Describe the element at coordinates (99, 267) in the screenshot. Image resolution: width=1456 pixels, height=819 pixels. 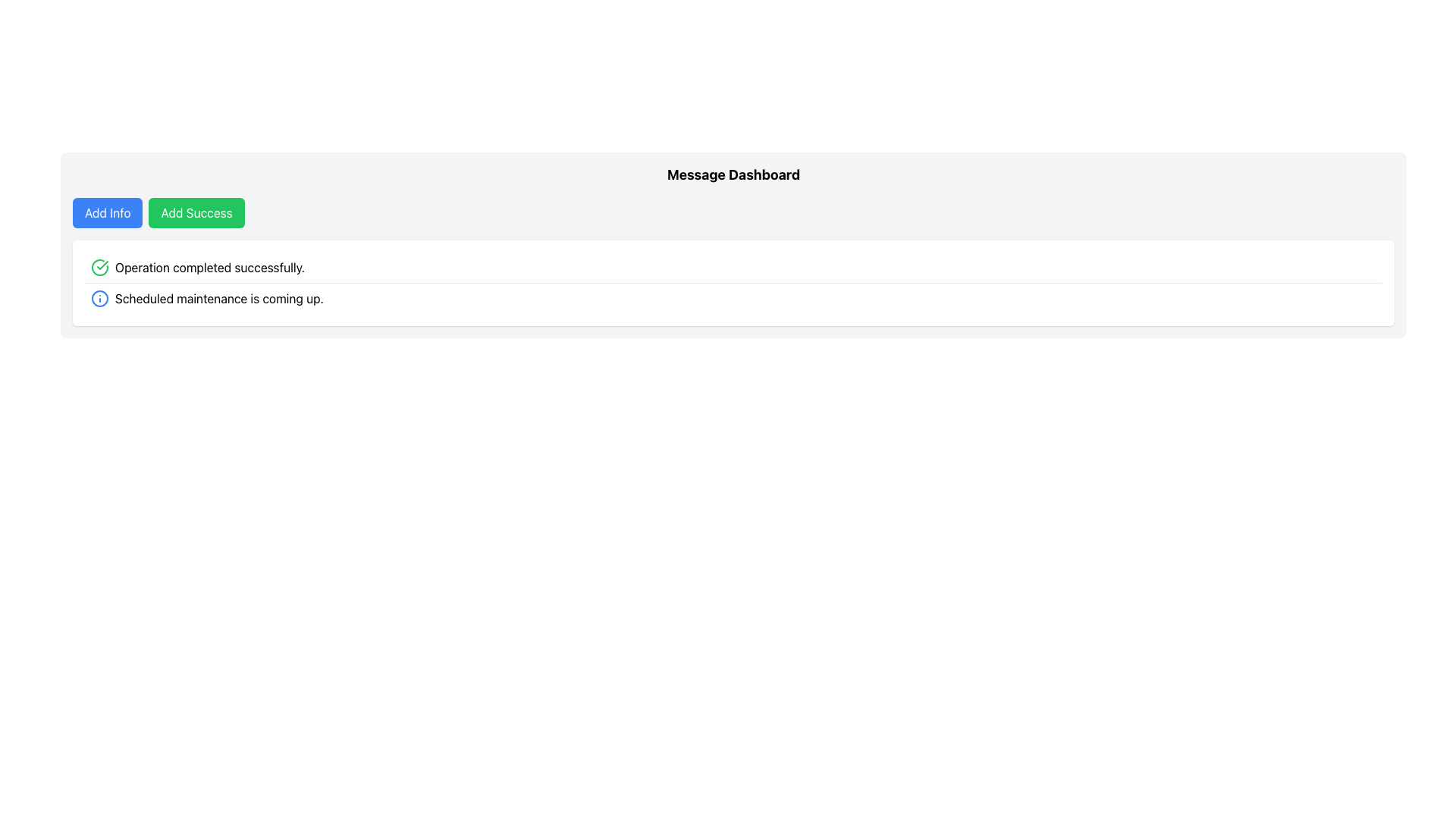
I see `the circular icon containing a green checkmark that indicates success, located to the left of the text message 'Operation completed successfully.'` at that location.